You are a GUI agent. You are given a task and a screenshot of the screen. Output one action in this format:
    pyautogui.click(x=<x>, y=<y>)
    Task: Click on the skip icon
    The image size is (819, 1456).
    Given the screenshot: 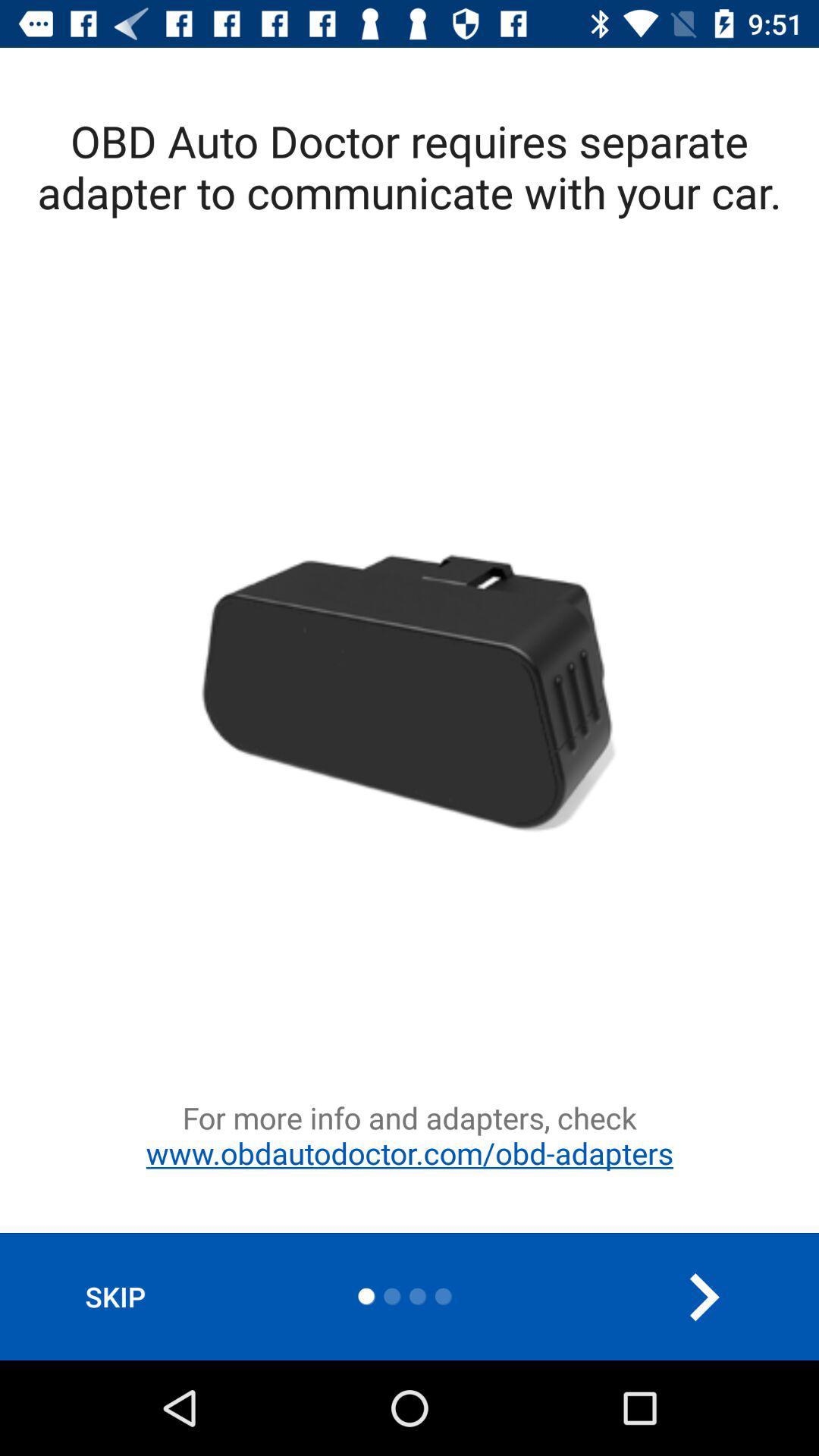 What is the action you would take?
    pyautogui.click(x=115, y=1296)
    